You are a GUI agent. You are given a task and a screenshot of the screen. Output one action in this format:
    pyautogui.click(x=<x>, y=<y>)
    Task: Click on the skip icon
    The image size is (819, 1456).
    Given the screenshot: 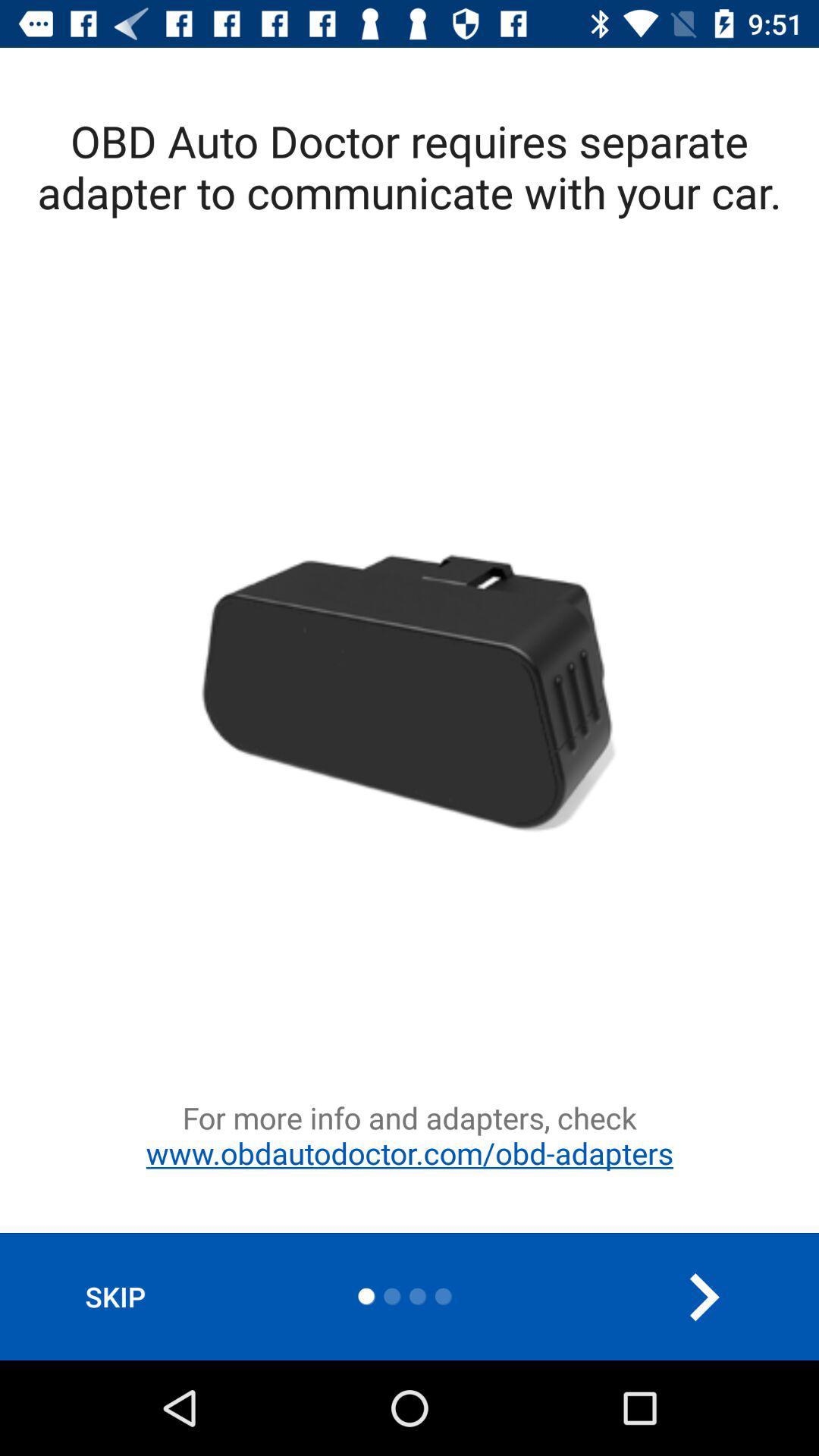 What is the action you would take?
    pyautogui.click(x=115, y=1296)
    